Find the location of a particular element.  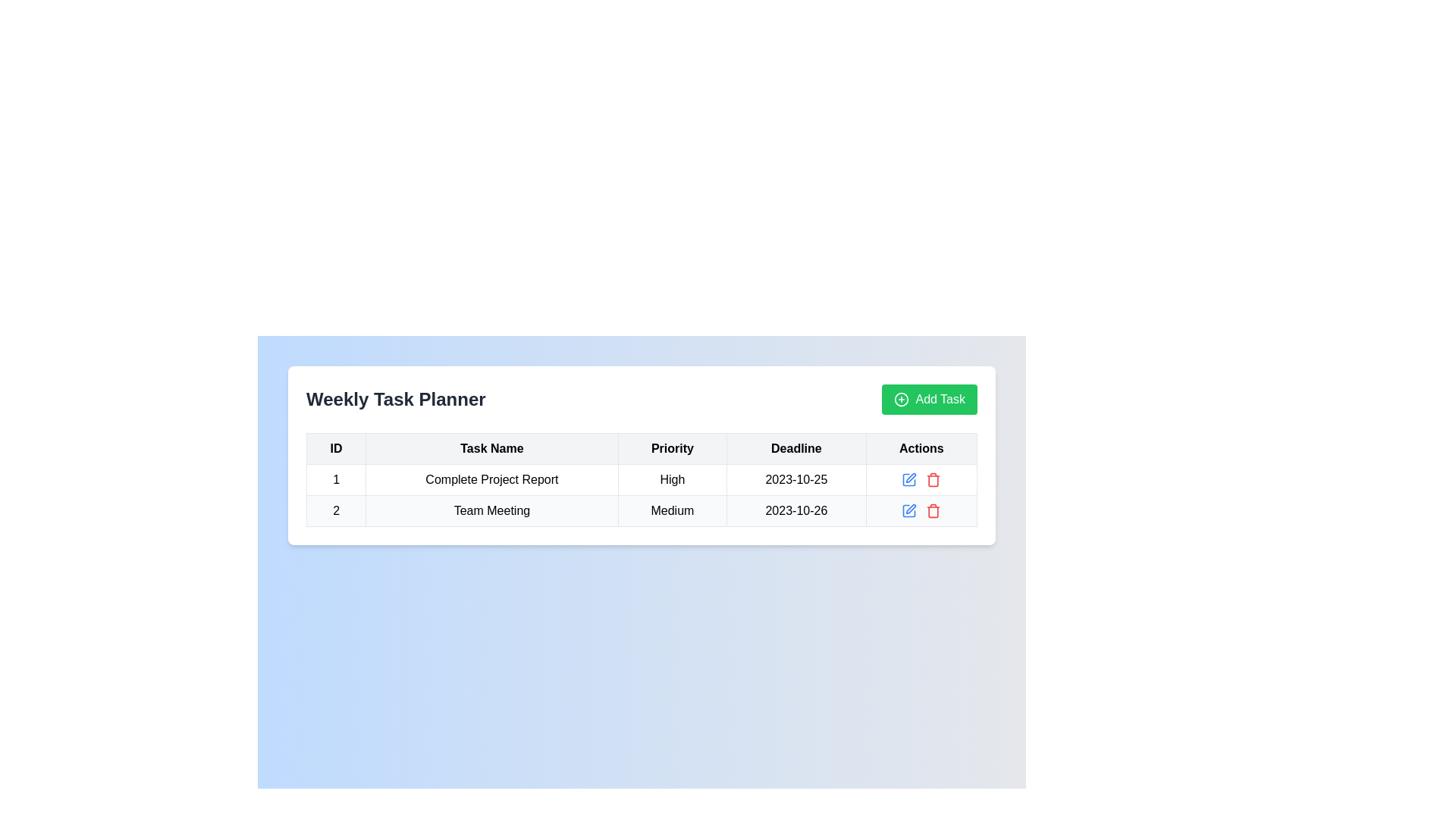

the text label displaying the deadline date for the 'Team Meeting' task in the fourth column of the second row of the table is located at coordinates (795, 511).